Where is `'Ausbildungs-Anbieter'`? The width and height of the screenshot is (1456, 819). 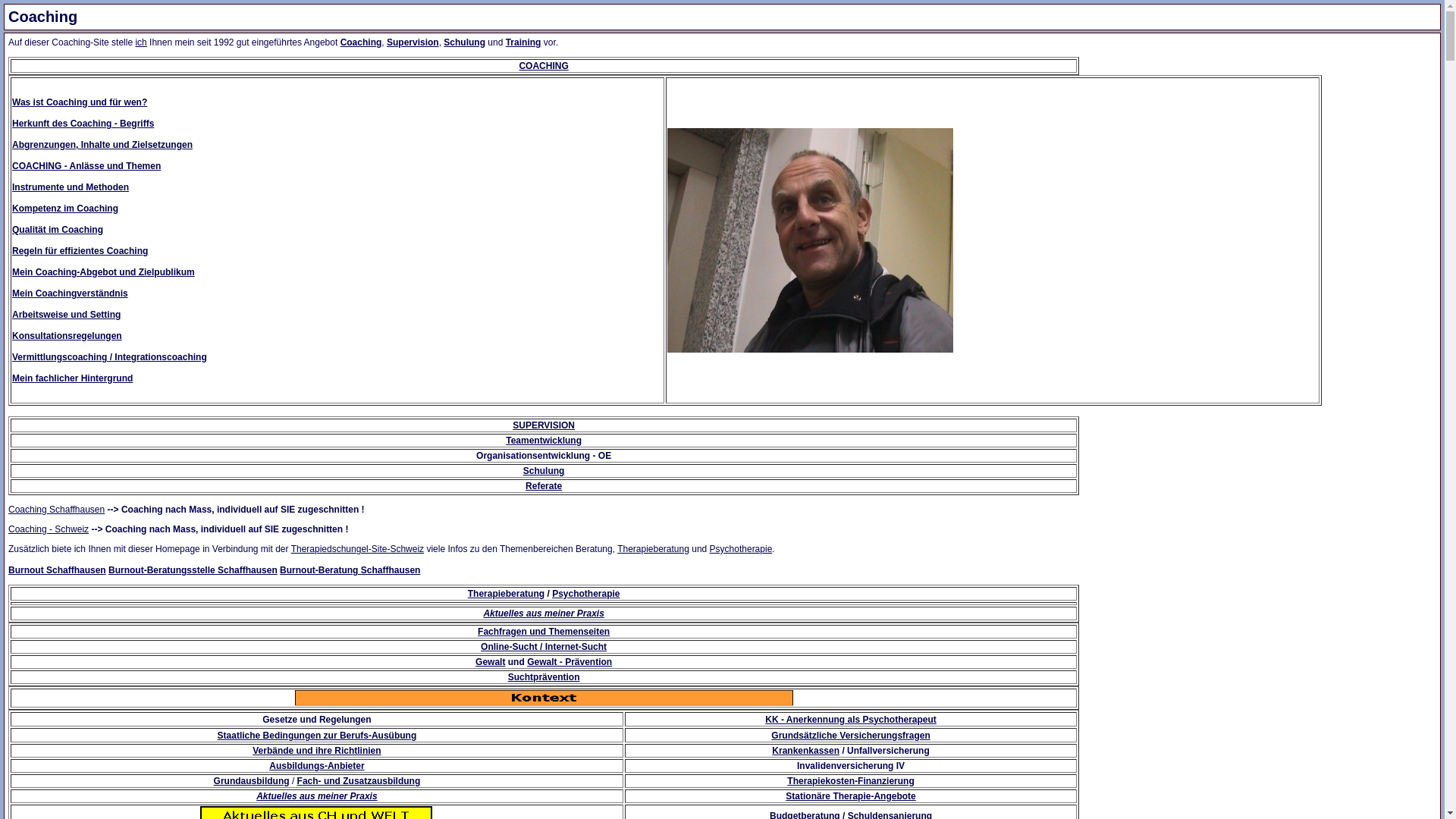 'Ausbildungs-Anbieter' is located at coordinates (315, 766).